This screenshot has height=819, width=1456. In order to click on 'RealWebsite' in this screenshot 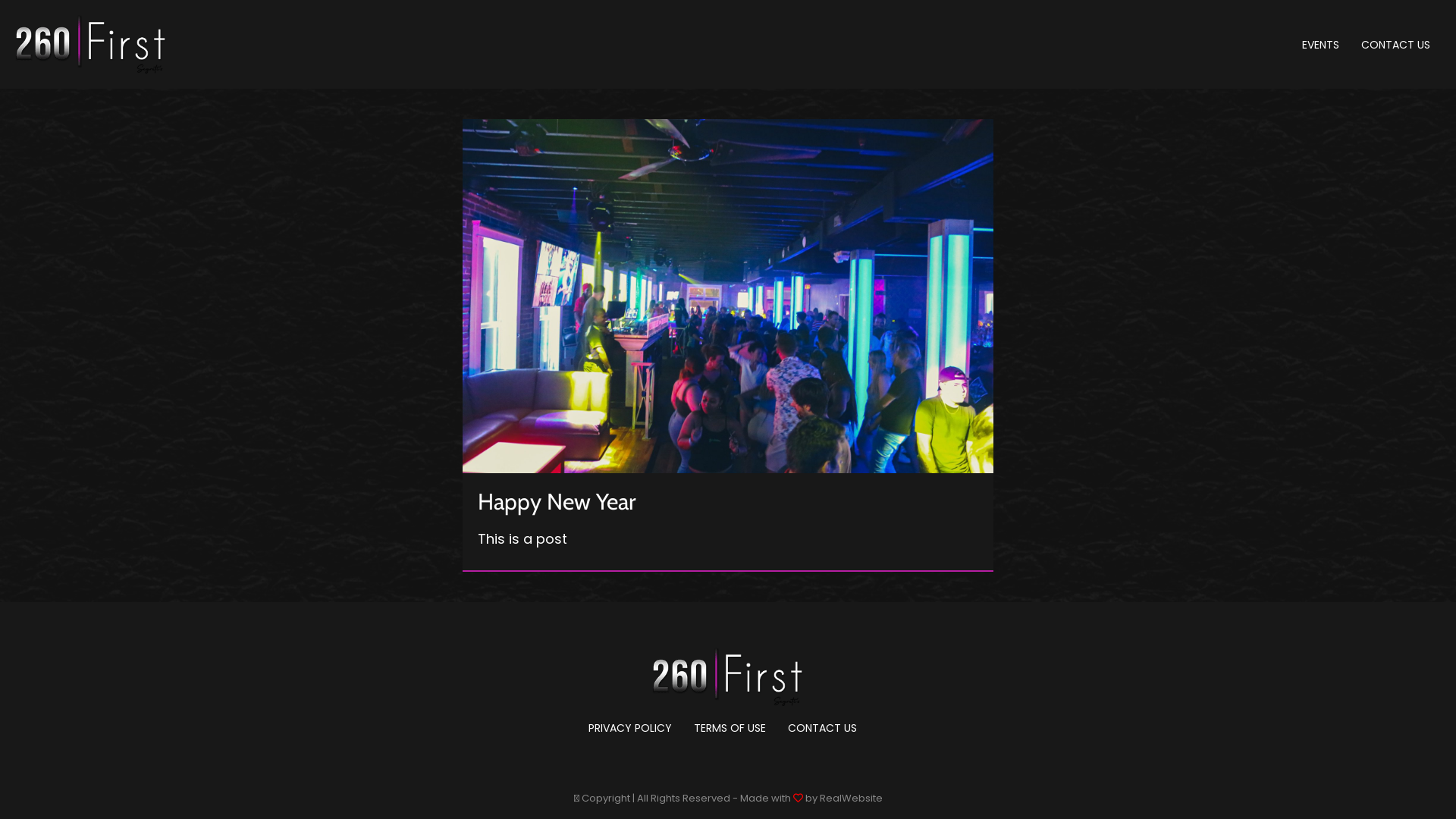, I will do `click(850, 797)`.